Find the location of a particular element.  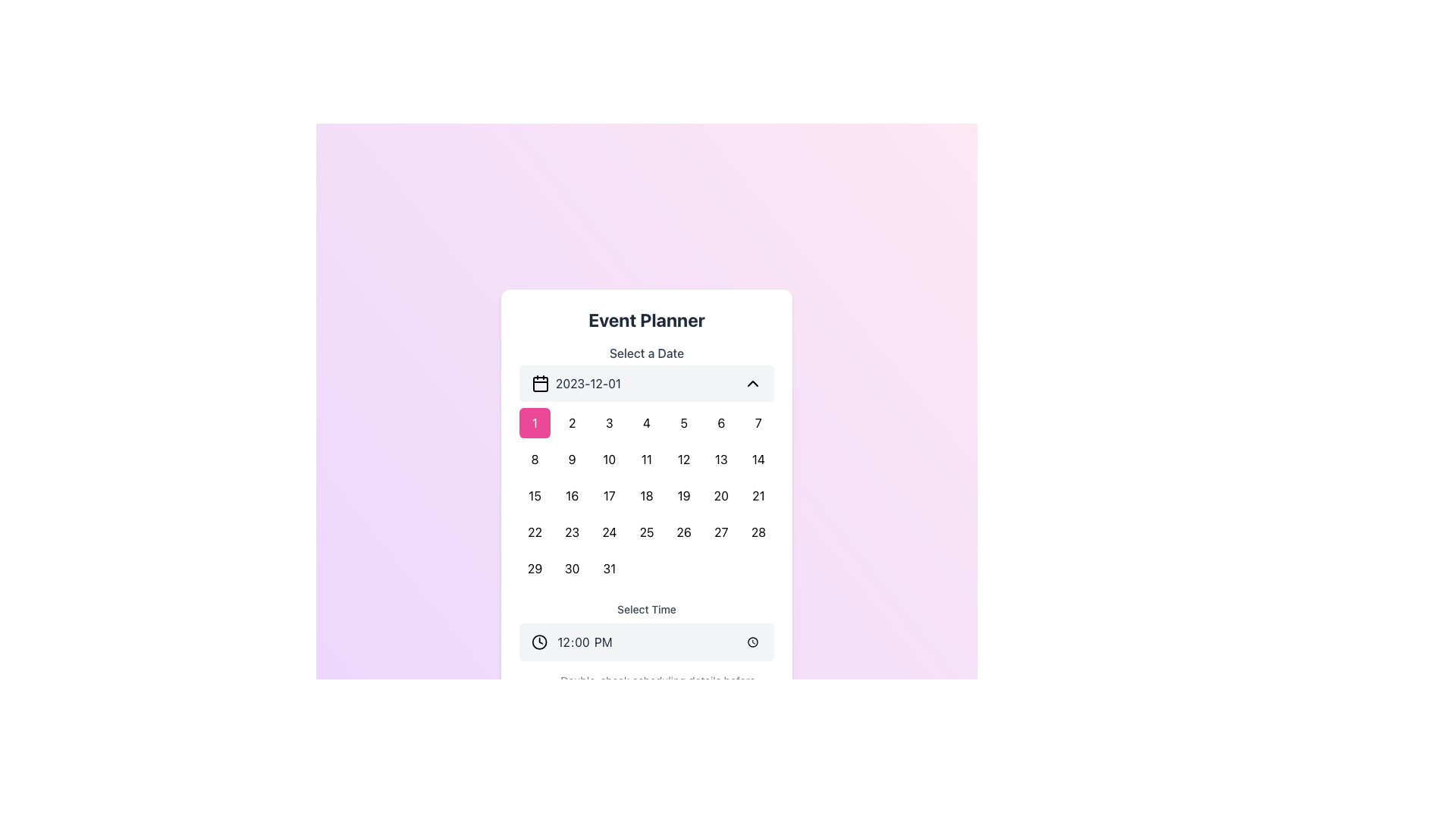

the day selector button for the 8th day of the displayed month in the calendar pop-up interface is located at coordinates (535, 458).